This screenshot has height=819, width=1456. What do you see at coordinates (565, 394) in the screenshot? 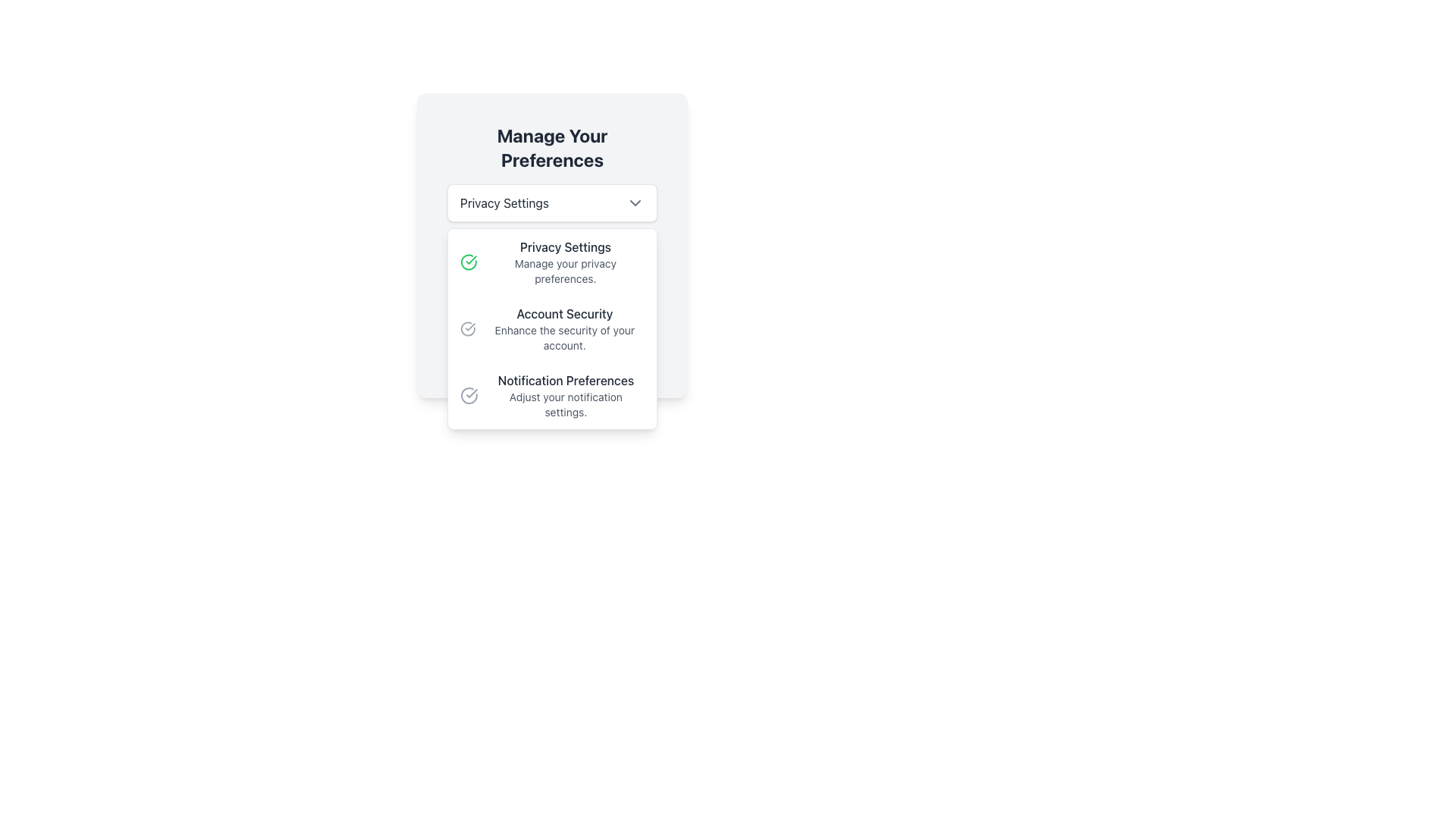
I see `text content of the label for the notification preferences section, which is the third item in the vertical list within the dropdown card` at bounding box center [565, 394].